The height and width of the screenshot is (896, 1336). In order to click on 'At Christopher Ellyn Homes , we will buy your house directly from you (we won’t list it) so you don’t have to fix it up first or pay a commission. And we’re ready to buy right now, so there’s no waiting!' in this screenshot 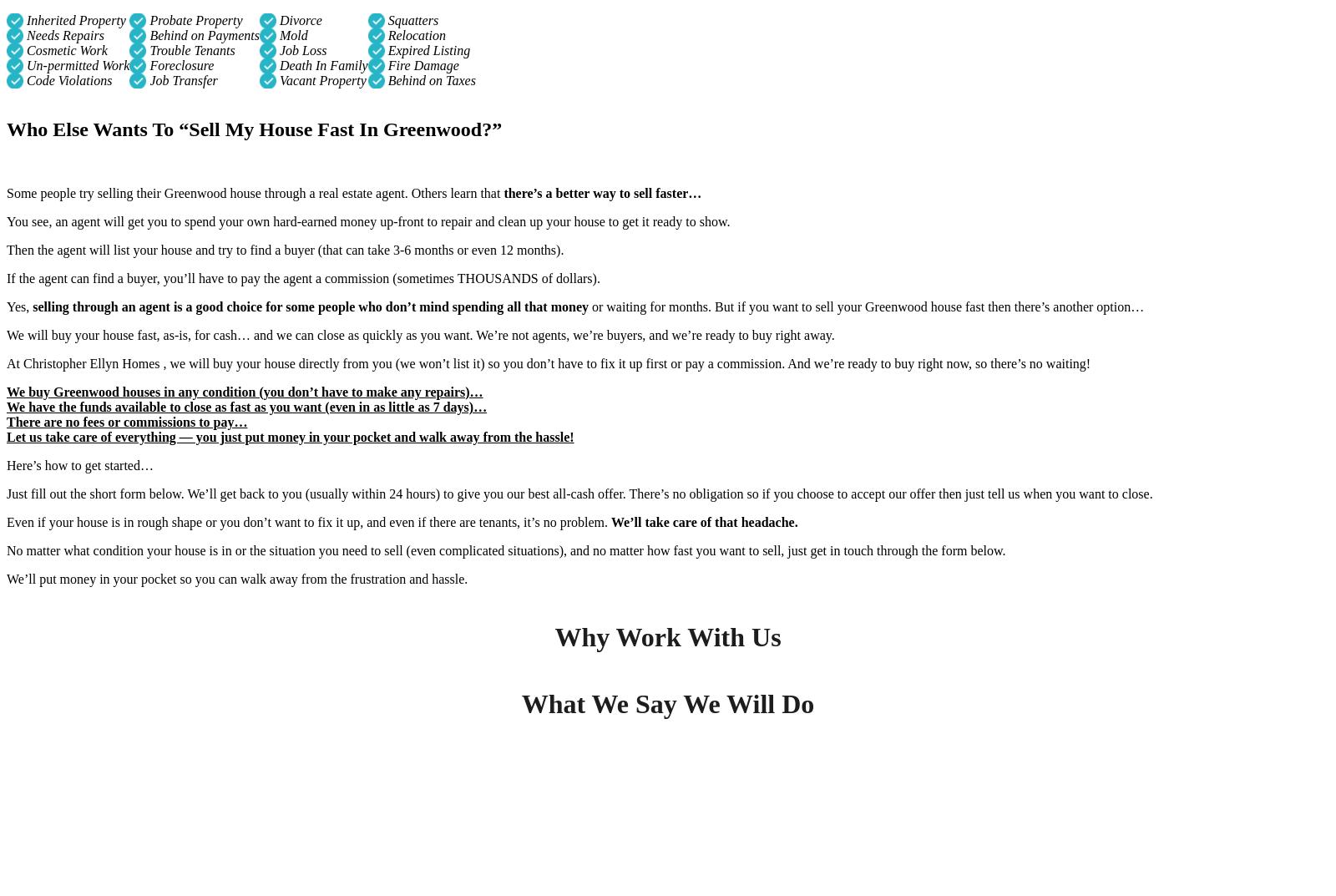, I will do `click(548, 362)`.